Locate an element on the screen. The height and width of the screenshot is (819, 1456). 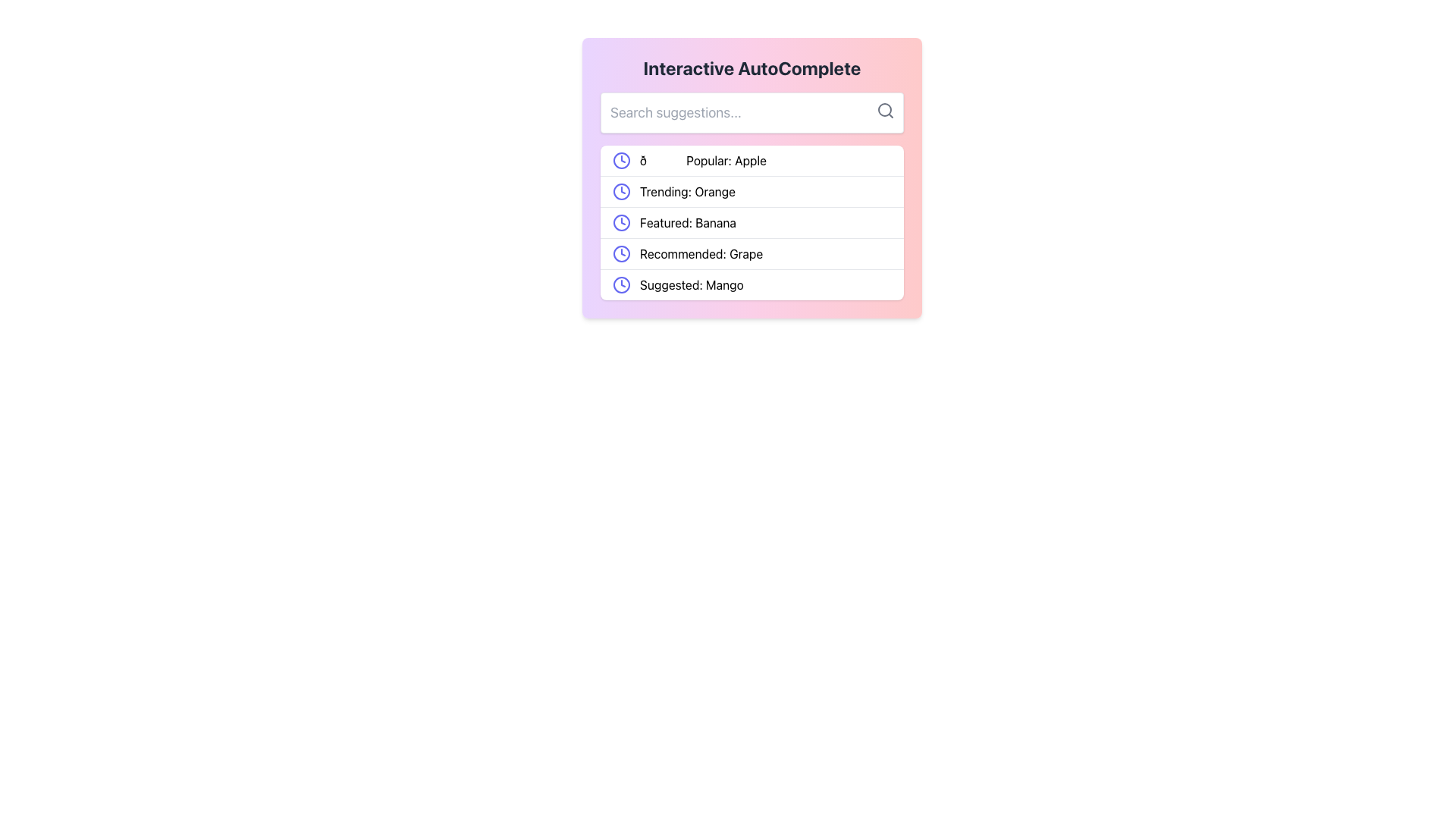
the outer circular decorative icon of the clock located to the left of the text 'Featured: Banana' in the third row of the list items is located at coordinates (622, 222).